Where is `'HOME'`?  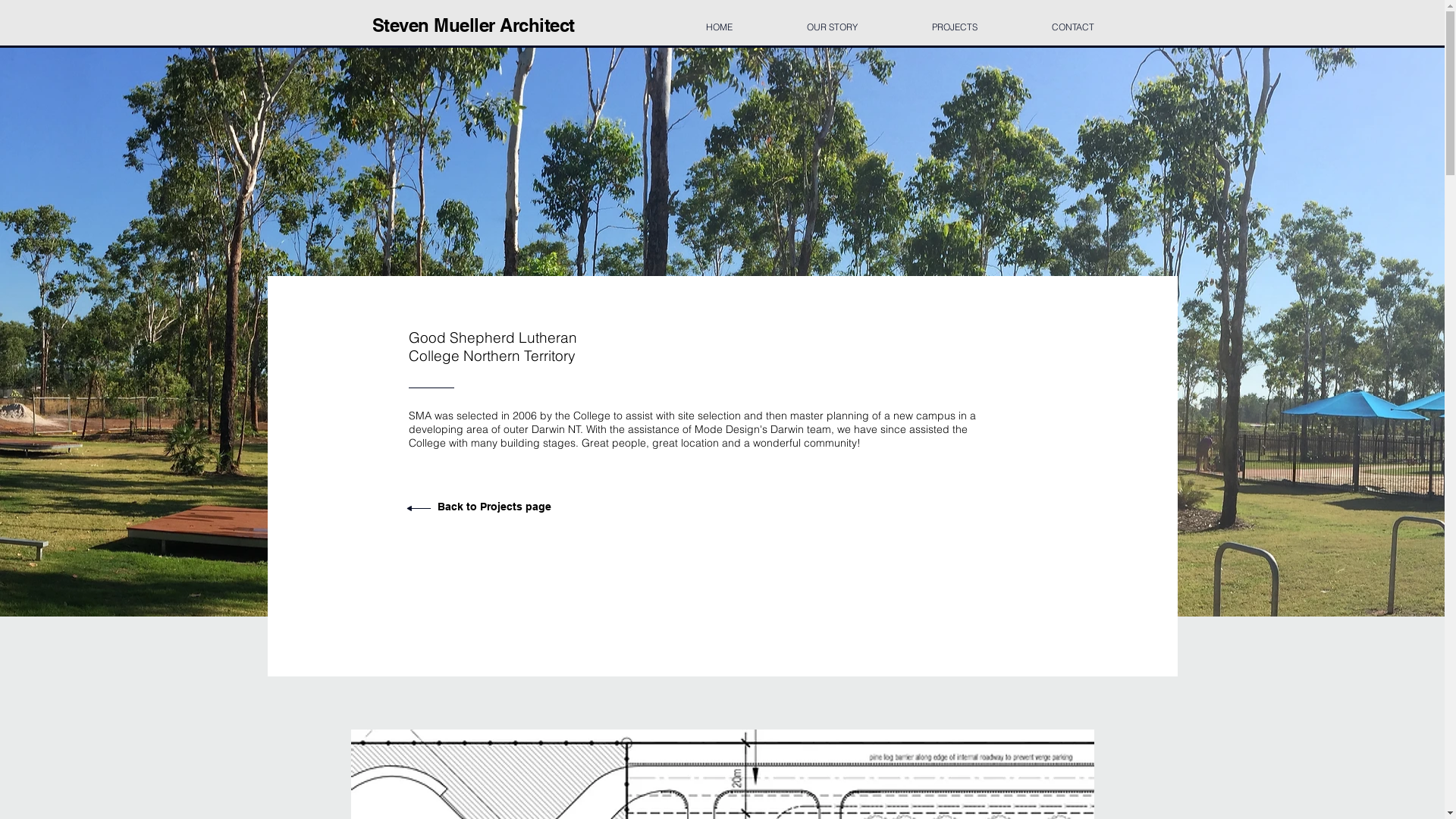
'HOME' is located at coordinates (668, 20).